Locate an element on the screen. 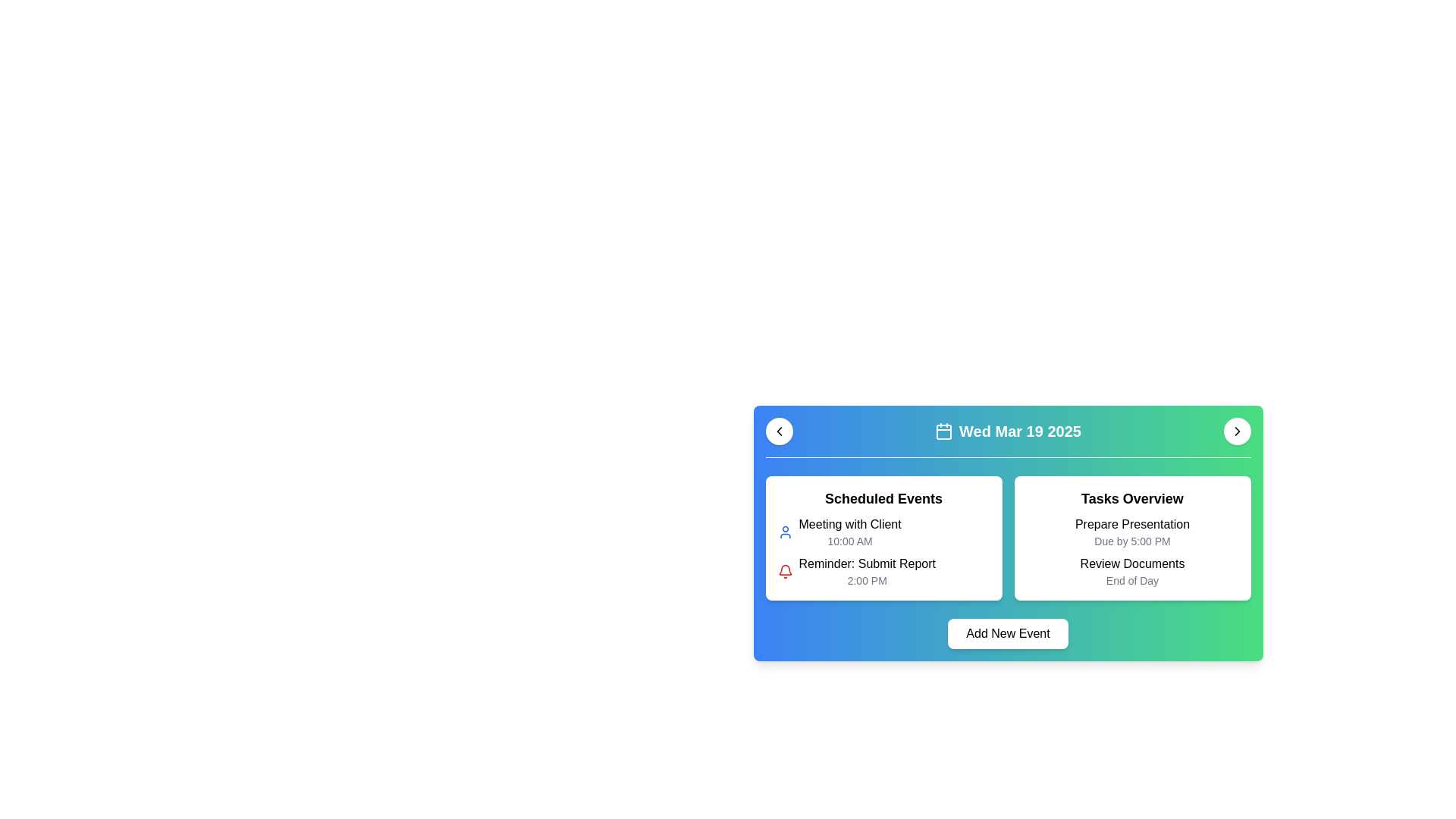  the first scheduled event description in the 'Scheduled Events' section for further interaction or details about the event is located at coordinates (850, 532).